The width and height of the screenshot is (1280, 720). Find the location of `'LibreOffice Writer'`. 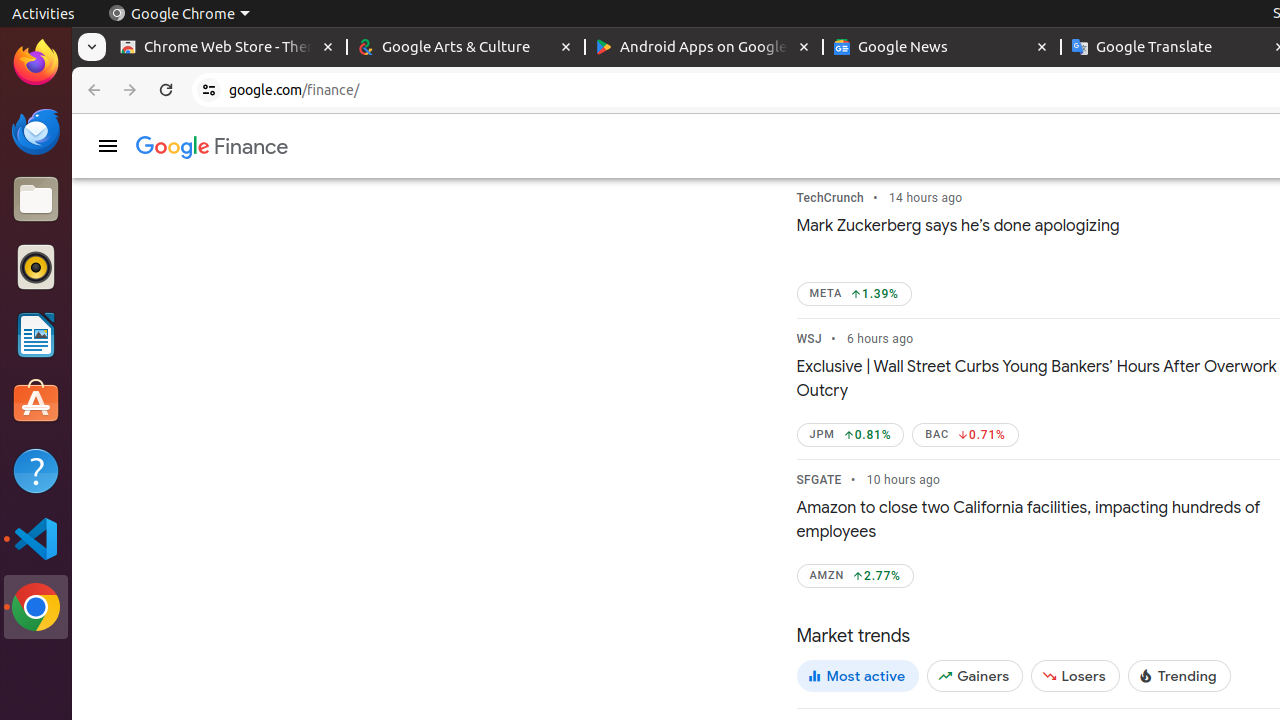

'LibreOffice Writer' is located at coordinates (35, 334).